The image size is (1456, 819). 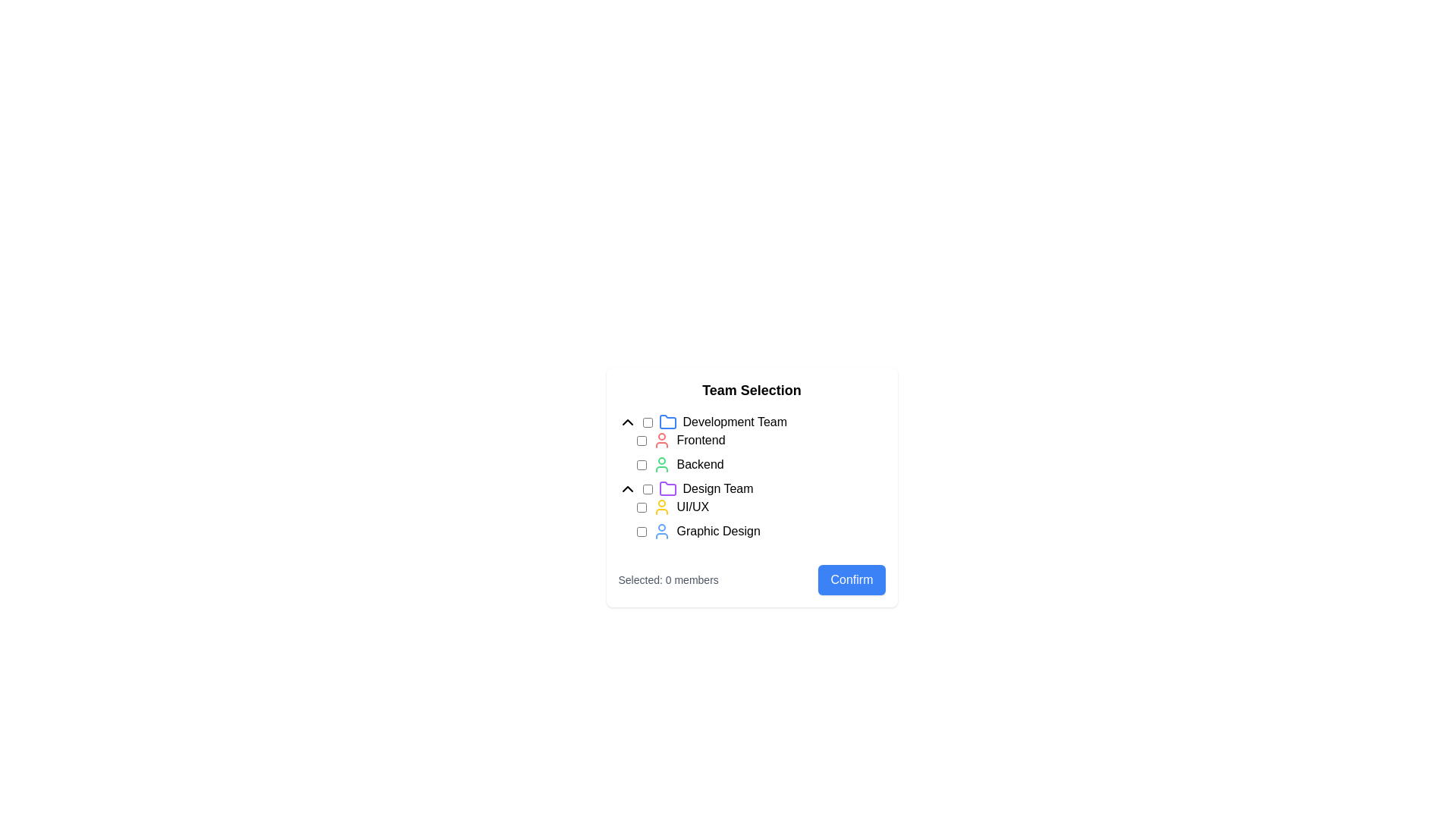 I want to click on the checkbox associated with the 'Frontend' option, so click(x=641, y=441).